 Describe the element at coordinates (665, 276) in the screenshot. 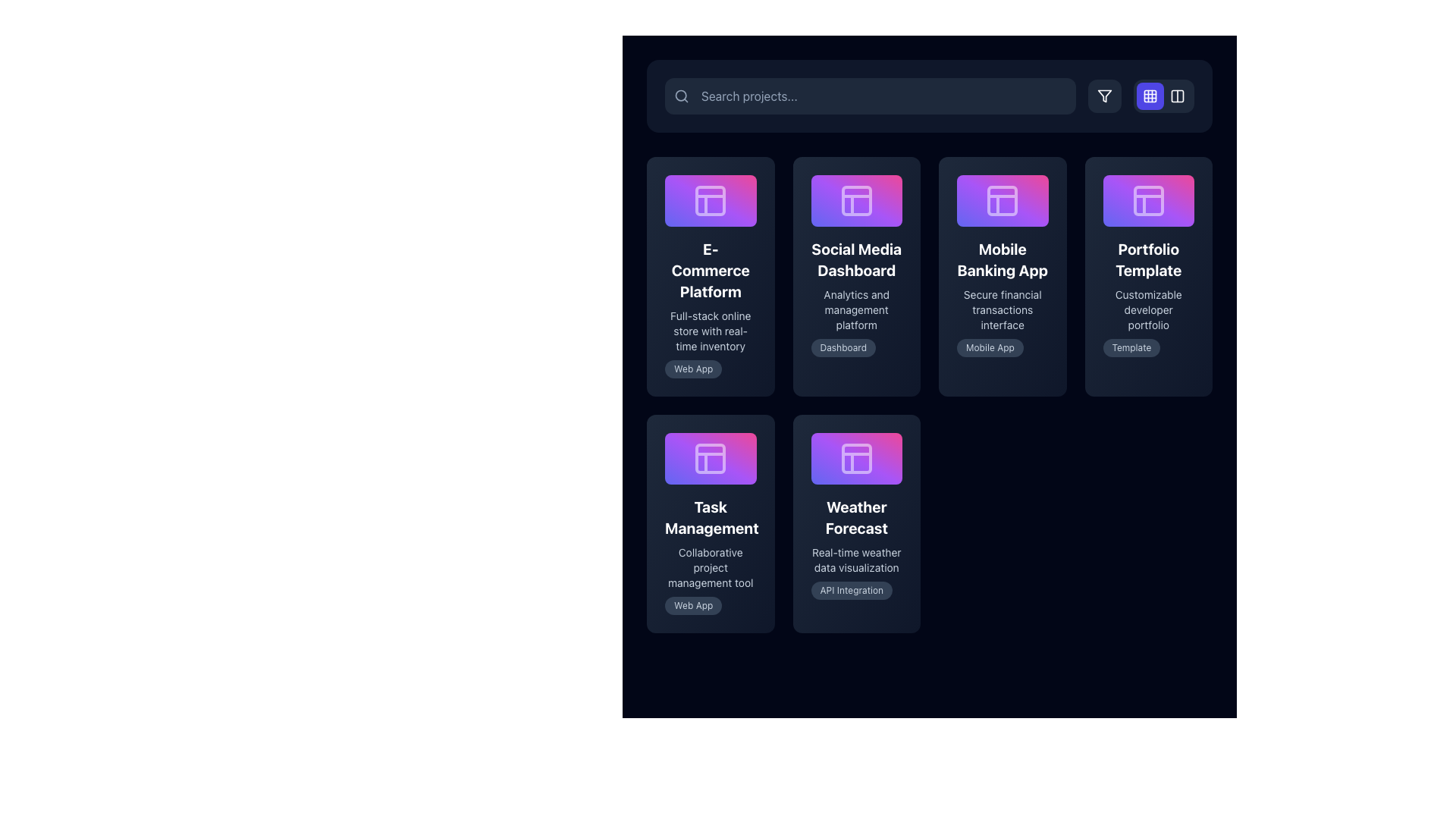

I see `the eye-shaped icon within the purple circular button at the top-left of the 'E-Commerce Platform' tile` at that location.